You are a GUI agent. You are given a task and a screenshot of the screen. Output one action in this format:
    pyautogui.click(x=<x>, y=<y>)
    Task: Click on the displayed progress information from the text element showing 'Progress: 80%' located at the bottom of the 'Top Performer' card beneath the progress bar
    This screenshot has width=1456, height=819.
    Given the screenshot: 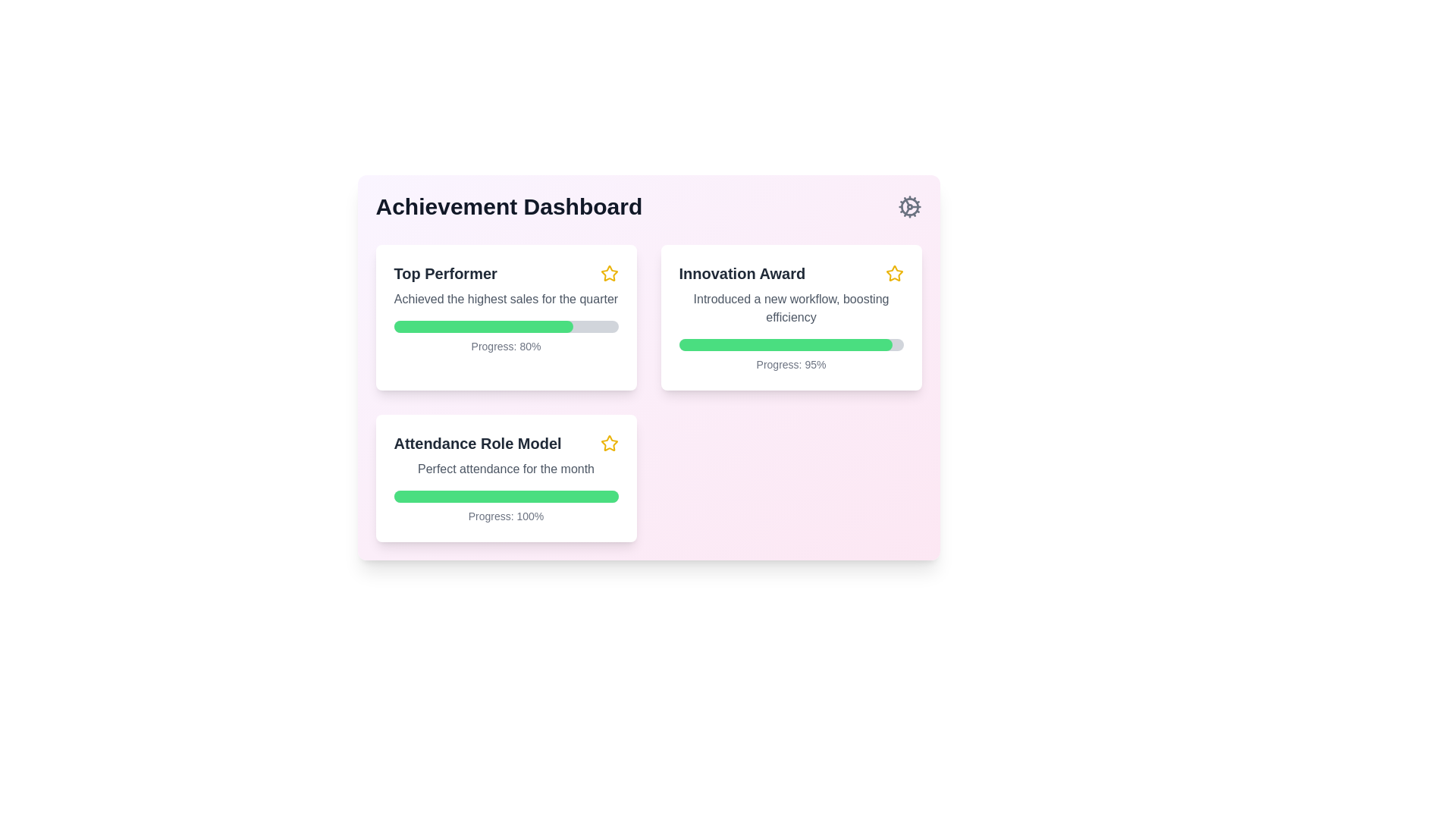 What is the action you would take?
    pyautogui.click(x=506, y=346)
    